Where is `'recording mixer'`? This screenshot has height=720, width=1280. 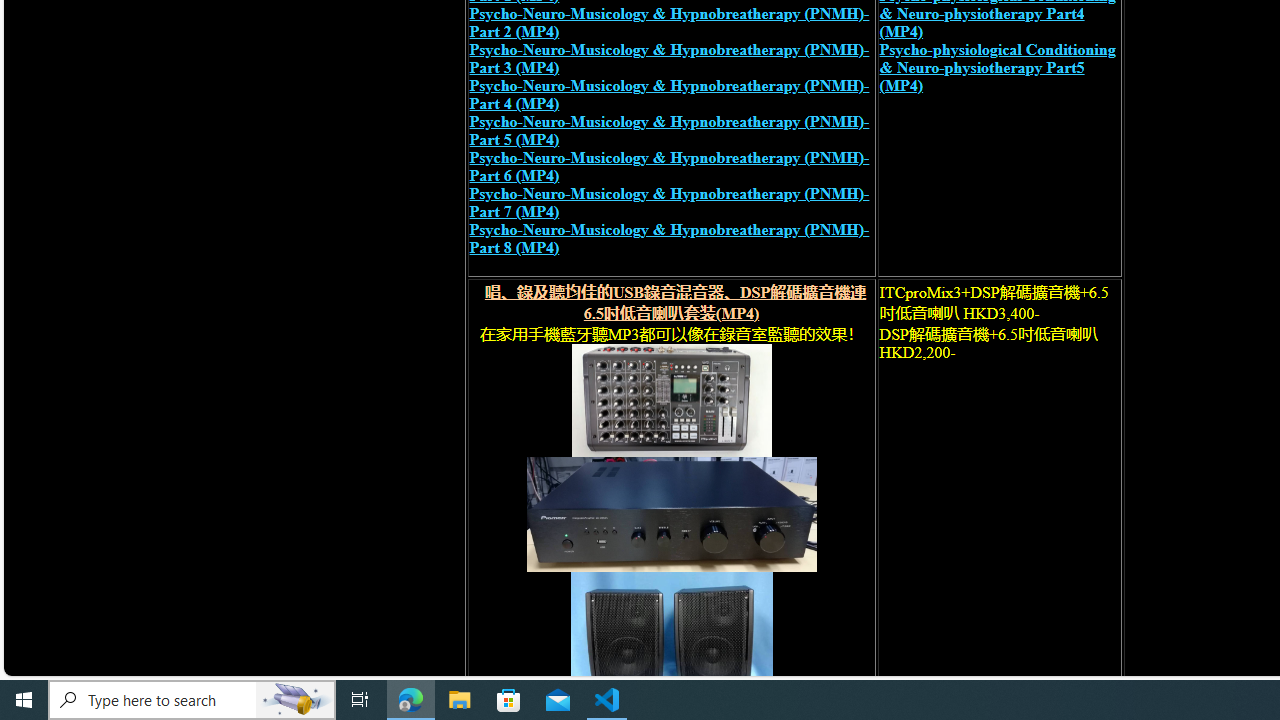
'recording mixer' is located at coordinates (671, 400).